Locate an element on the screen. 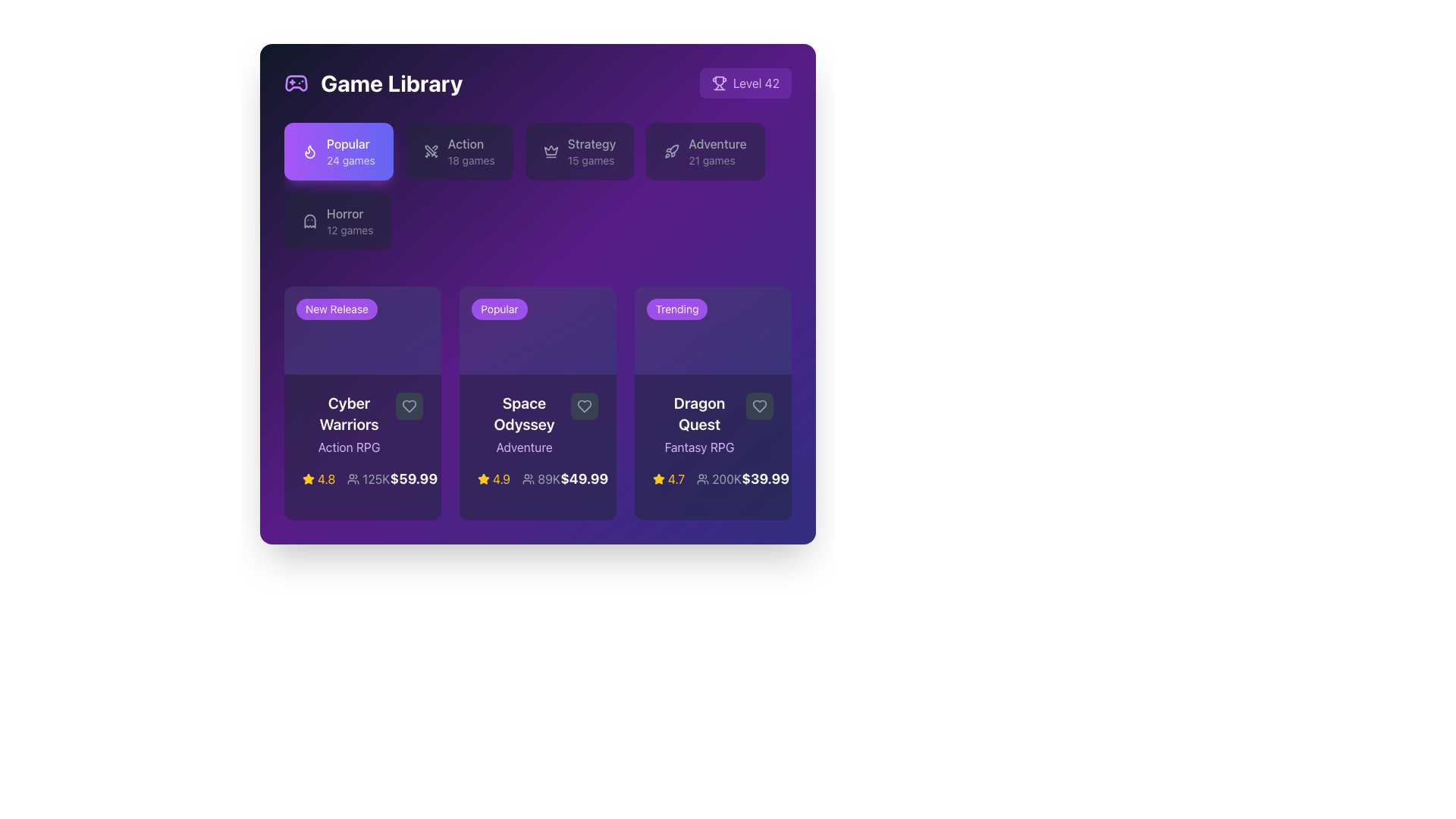  text label with icon that displays the number of views or players for the 'Cyber Warriors' game, located at the bottom-left corner of the game card in the Game Library panel is located at coordinates (369, 479).